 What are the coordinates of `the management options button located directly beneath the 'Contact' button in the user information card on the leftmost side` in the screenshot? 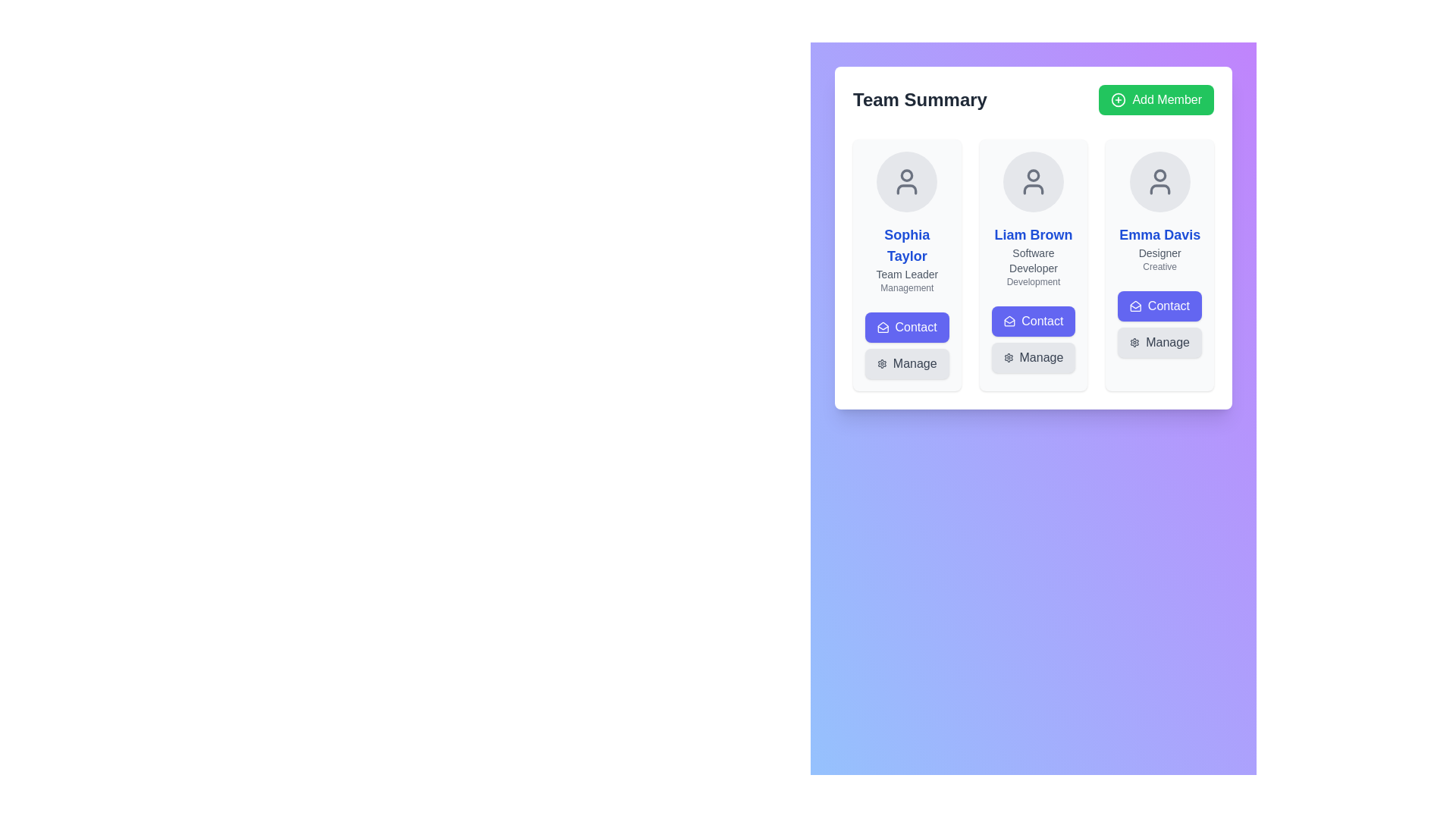 It's located at (907, 363).